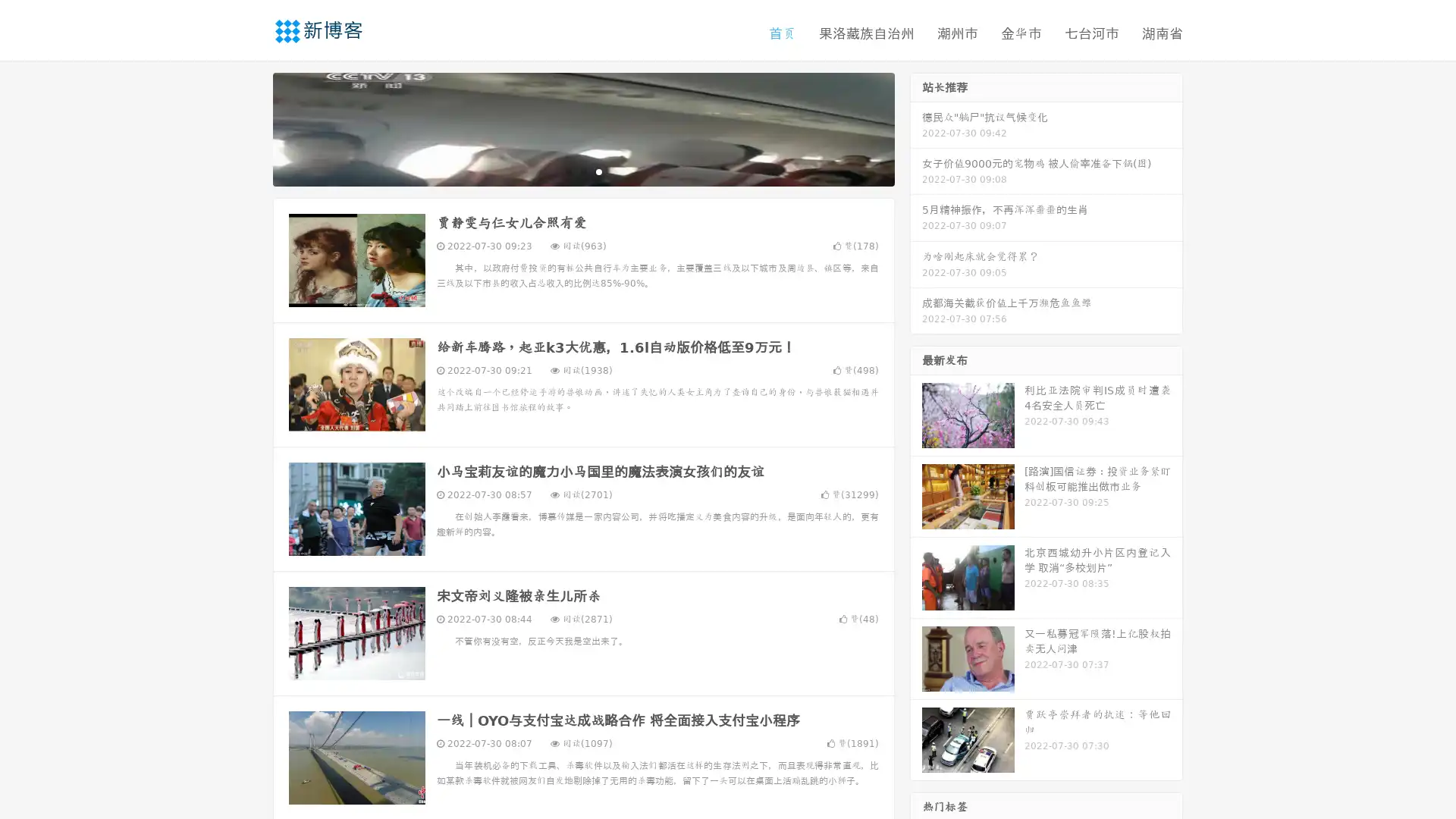 This screenshot has width=1456, height=819. Describe the element at coordinates (567, 171) in the screenshot. I see `Go to slide 1` at that location.